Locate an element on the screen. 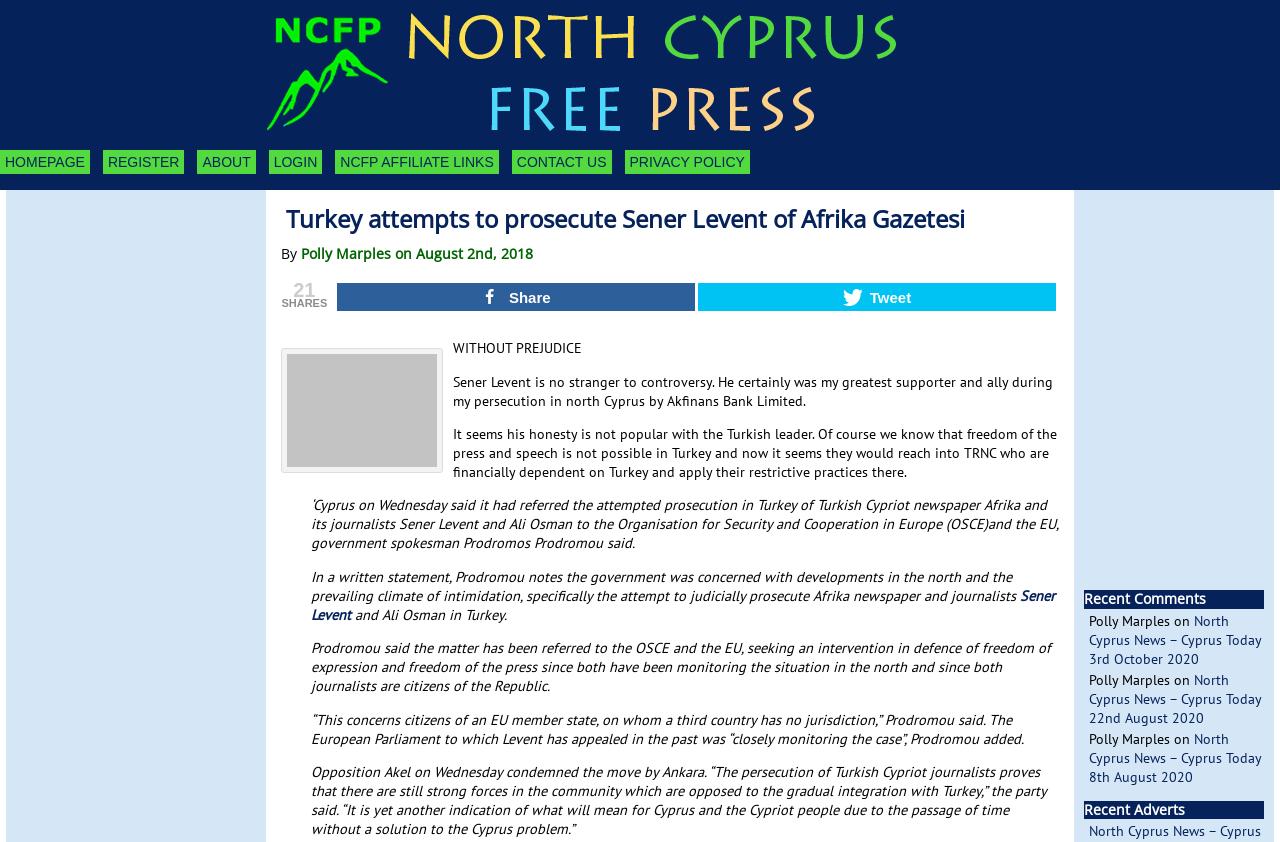 The height and width of the screenshot is (842, 1280). 'Polly Marples on August 2nd, 2018' is located at coordinates (416, 252).